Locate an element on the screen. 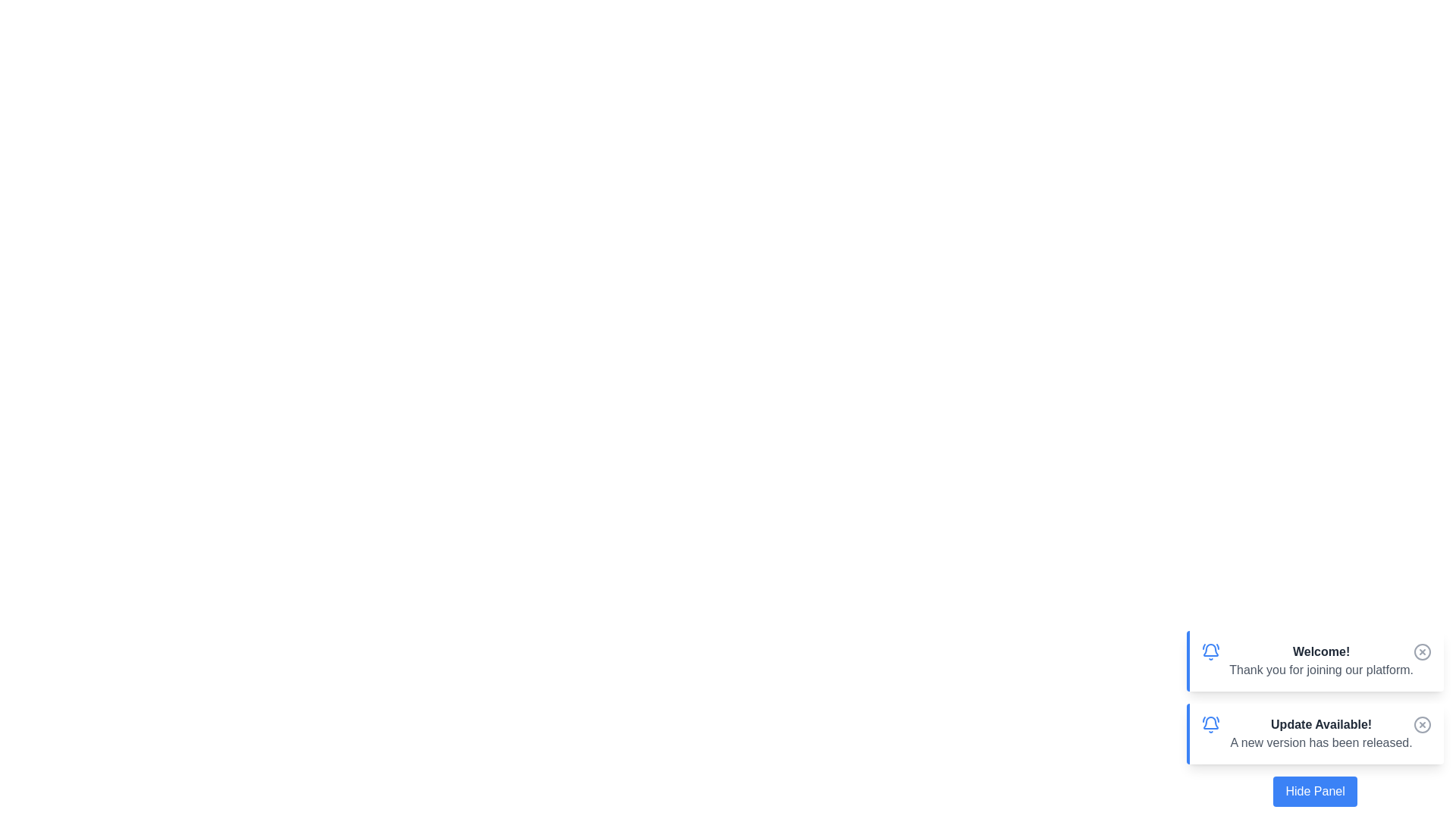  the button labeled 'Hide Panel' to toggle the visibility of the notification panel is located at coordinates (1314, 791).